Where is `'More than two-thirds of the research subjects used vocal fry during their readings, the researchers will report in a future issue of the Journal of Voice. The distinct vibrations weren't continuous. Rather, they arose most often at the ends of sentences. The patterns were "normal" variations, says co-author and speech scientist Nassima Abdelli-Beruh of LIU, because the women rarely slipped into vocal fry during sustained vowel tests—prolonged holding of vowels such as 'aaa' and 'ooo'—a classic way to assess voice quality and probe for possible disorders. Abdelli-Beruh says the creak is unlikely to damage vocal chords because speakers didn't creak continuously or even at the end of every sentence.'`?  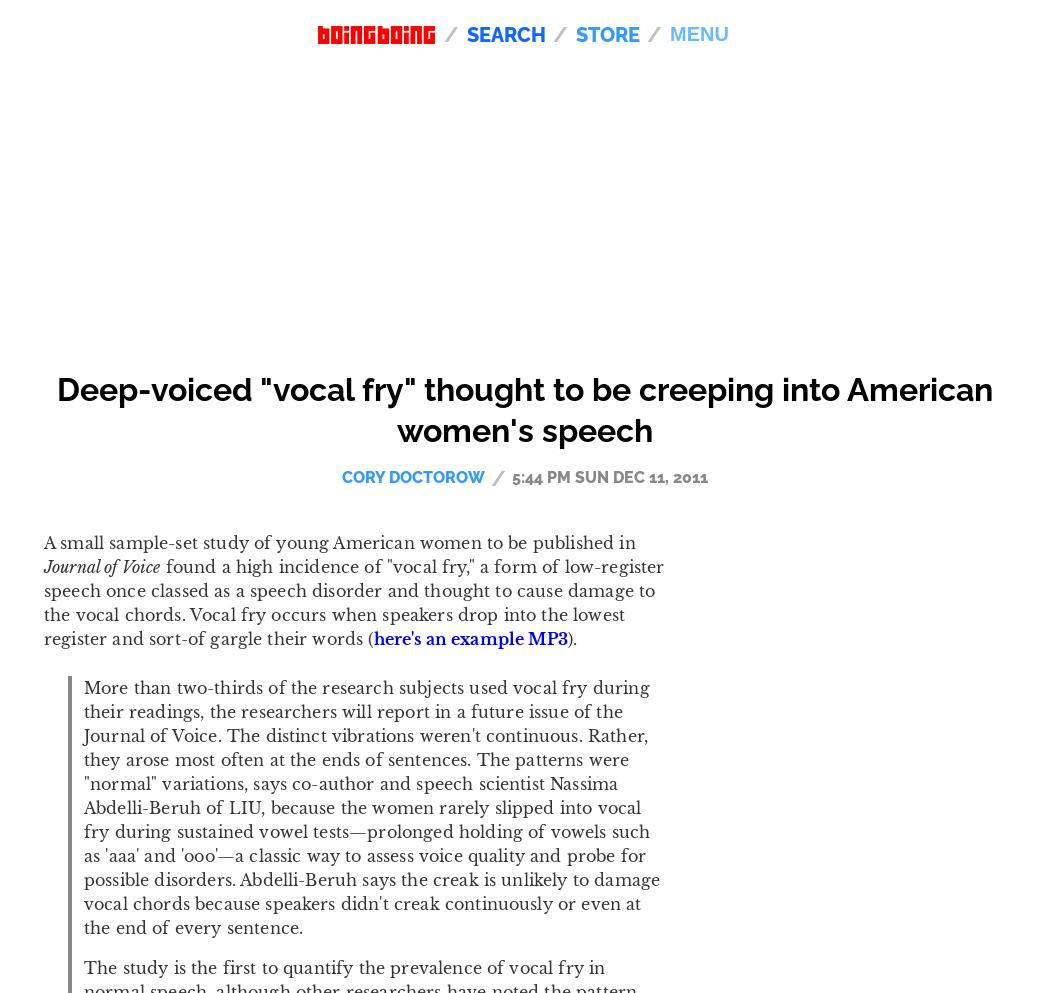
'More than two-thirds of the research subjects used vocal fry during their readings, the researchers will report in a future issue of the Journal of Voice. The distinct vibrations weren't continuous. Rather, they arose most often at the ends of sentences. The patterns were "normal" variations, says co-author and speech scientist Nassima Abdelli-Beruh of LIU, because the women rarely slipped into vocal fry during sustained vowel tests—prolonged holding of vowels such as 'aaa' and 'ooo'—a classic way to assess voice quality and probe for possible disorders. Abdelli-Beruh says the creak is unlikely to damage vocal chords because speakers didn't creak continuously or even at the end of every sentence.' is located at coordinates (84, 807).